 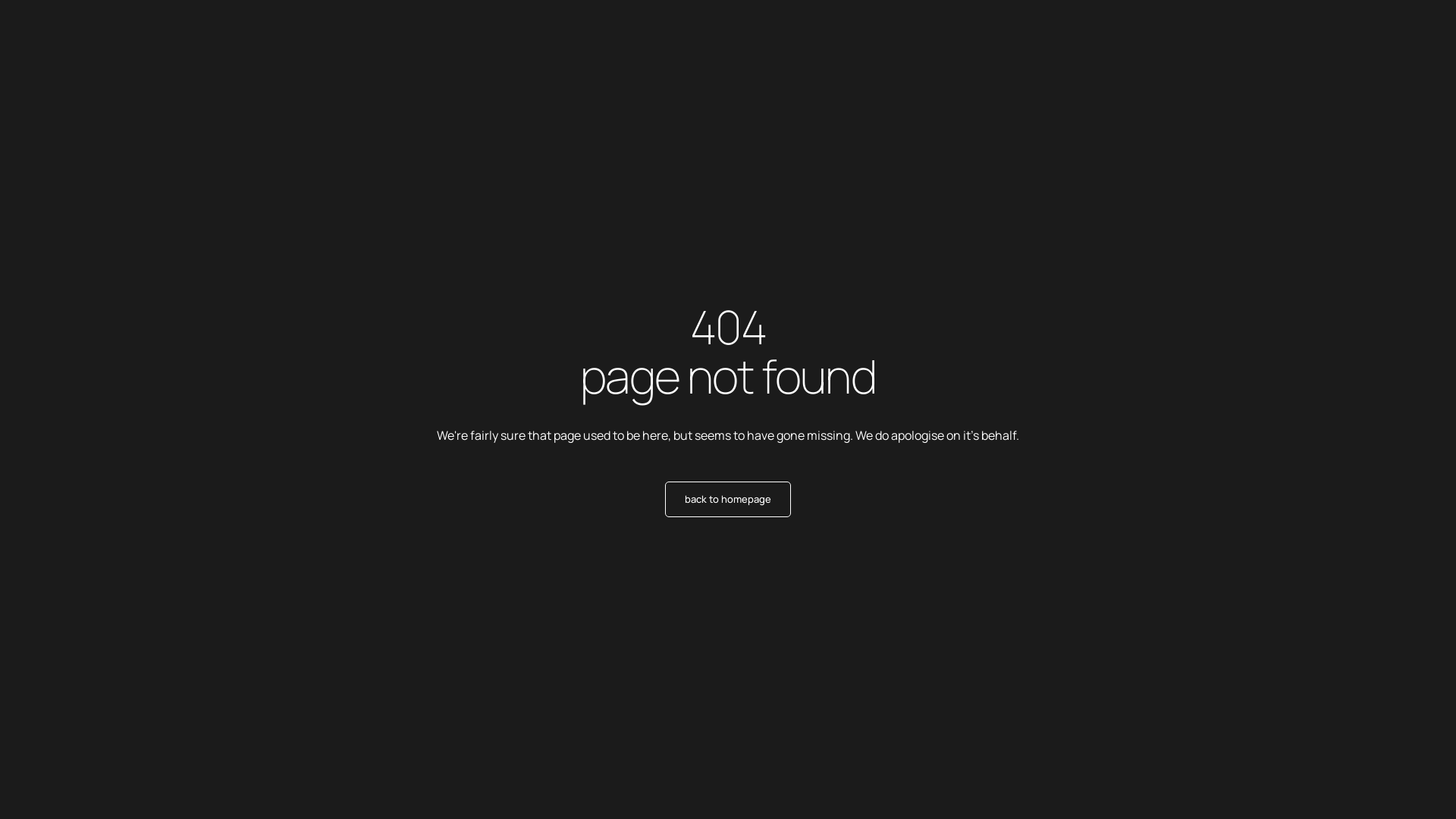 What do you see at coordinates (728, 499) in the screenshot?
I see `'back to homepage'` at bounding box center [728, 499].